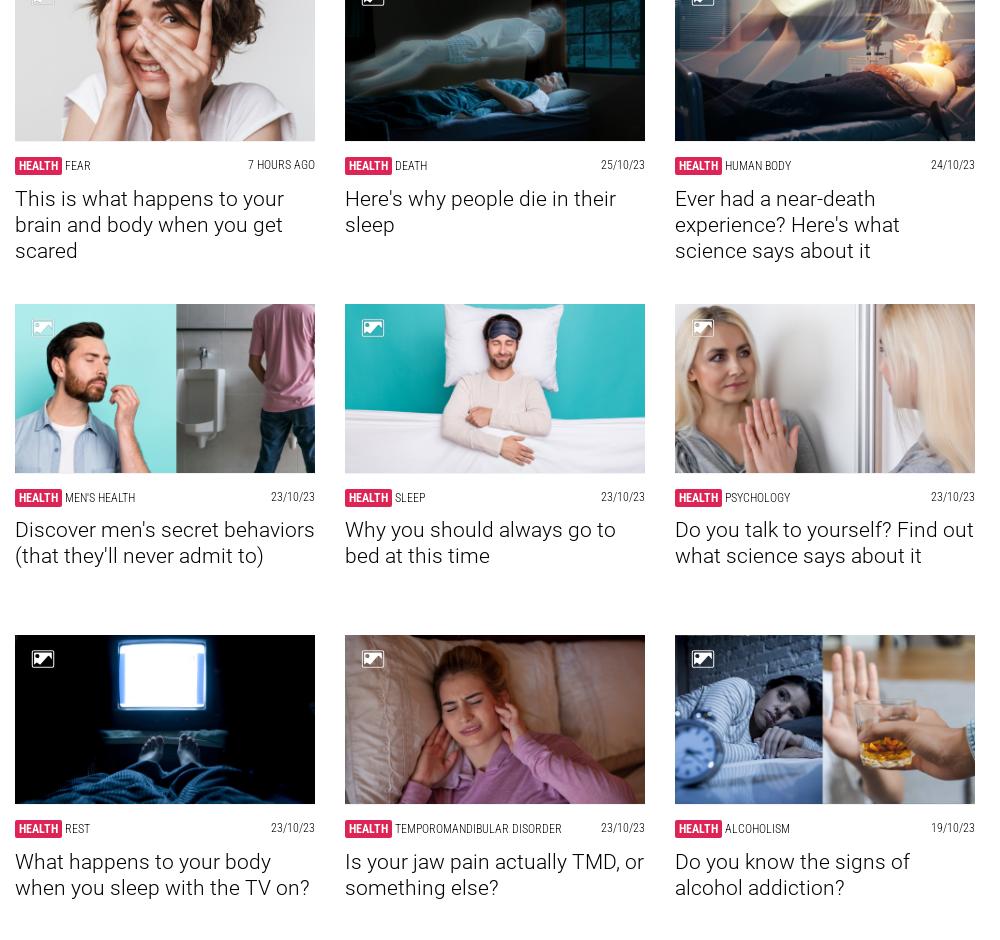 The height and width of the screenshot is (940, 1000). What do you see at coordinates (410, 496) in the screenshot?
I see `'Sleep'` at bounding box center [410, 496].